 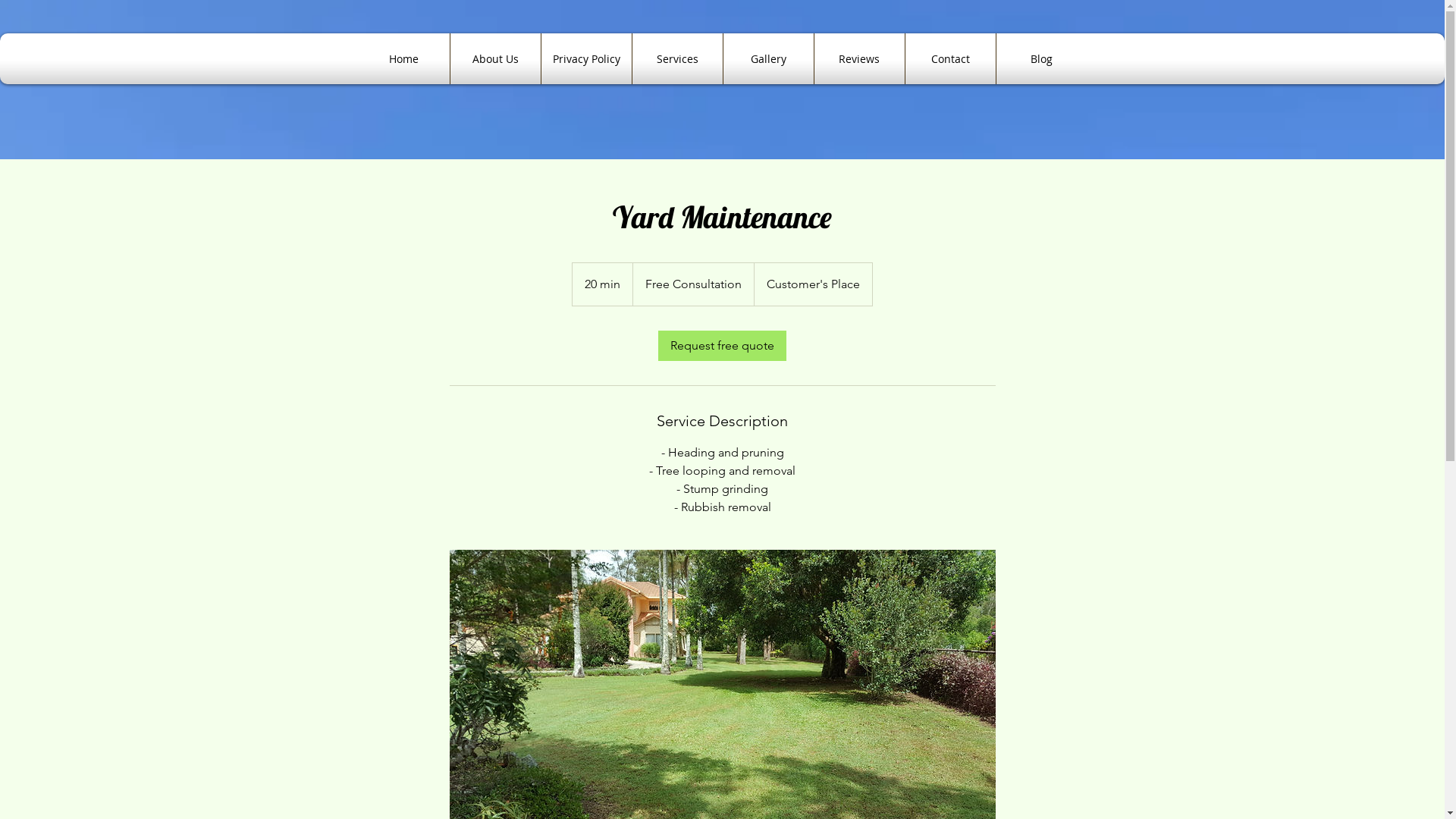 What do you see at coordinates (676, 58) in the screenshot?
I see `'Services'` at bounding box center [676, 58].